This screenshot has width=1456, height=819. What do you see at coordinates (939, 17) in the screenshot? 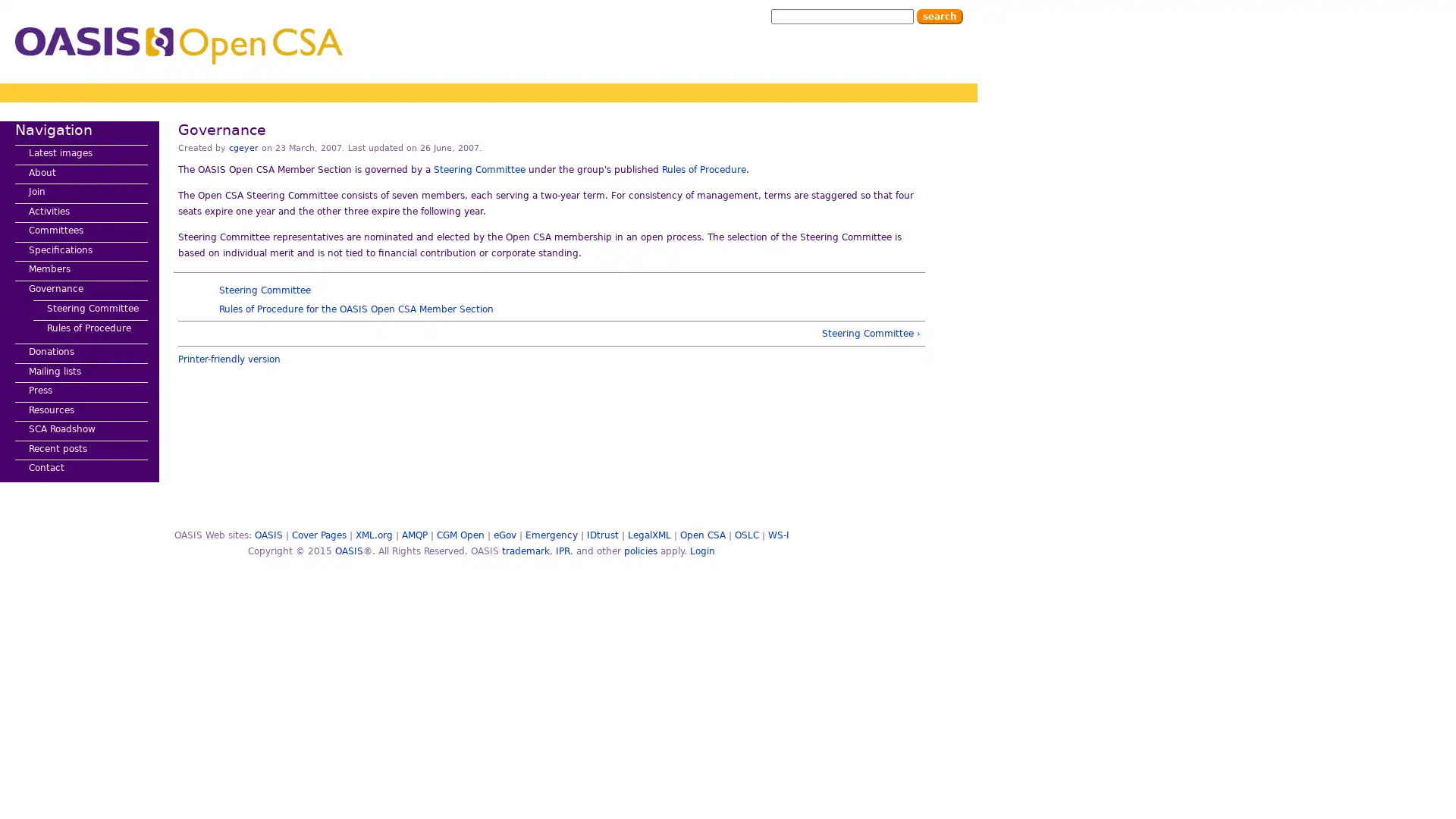
I see `Search` at bounding box center [939, 17].